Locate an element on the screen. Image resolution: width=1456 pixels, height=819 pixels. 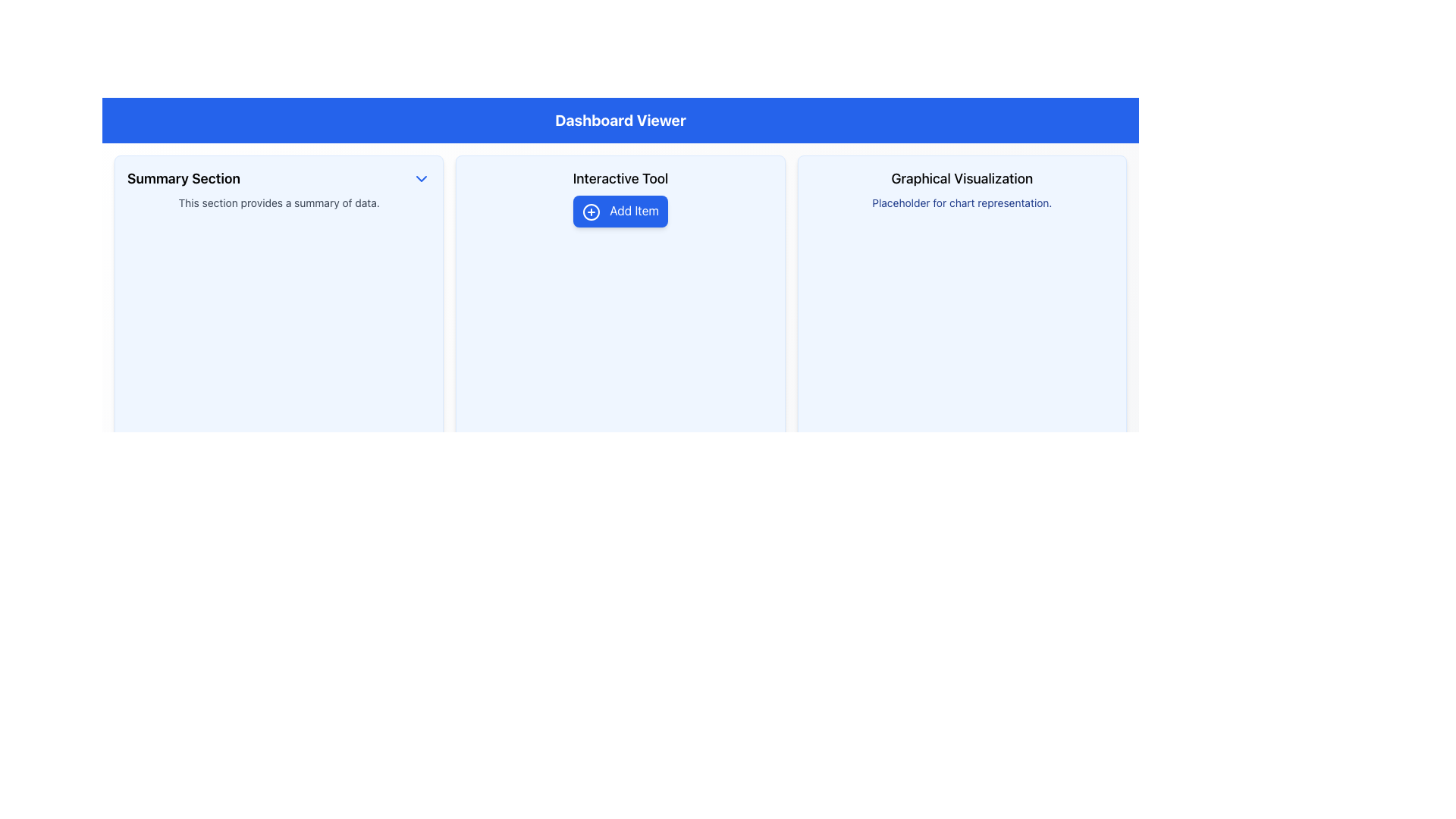
the text label that reads 'Interactive Tool', which is positioned above the button labeled 'Add Item' in the Dashboard Viewer section is located at coordinates (620, 177).